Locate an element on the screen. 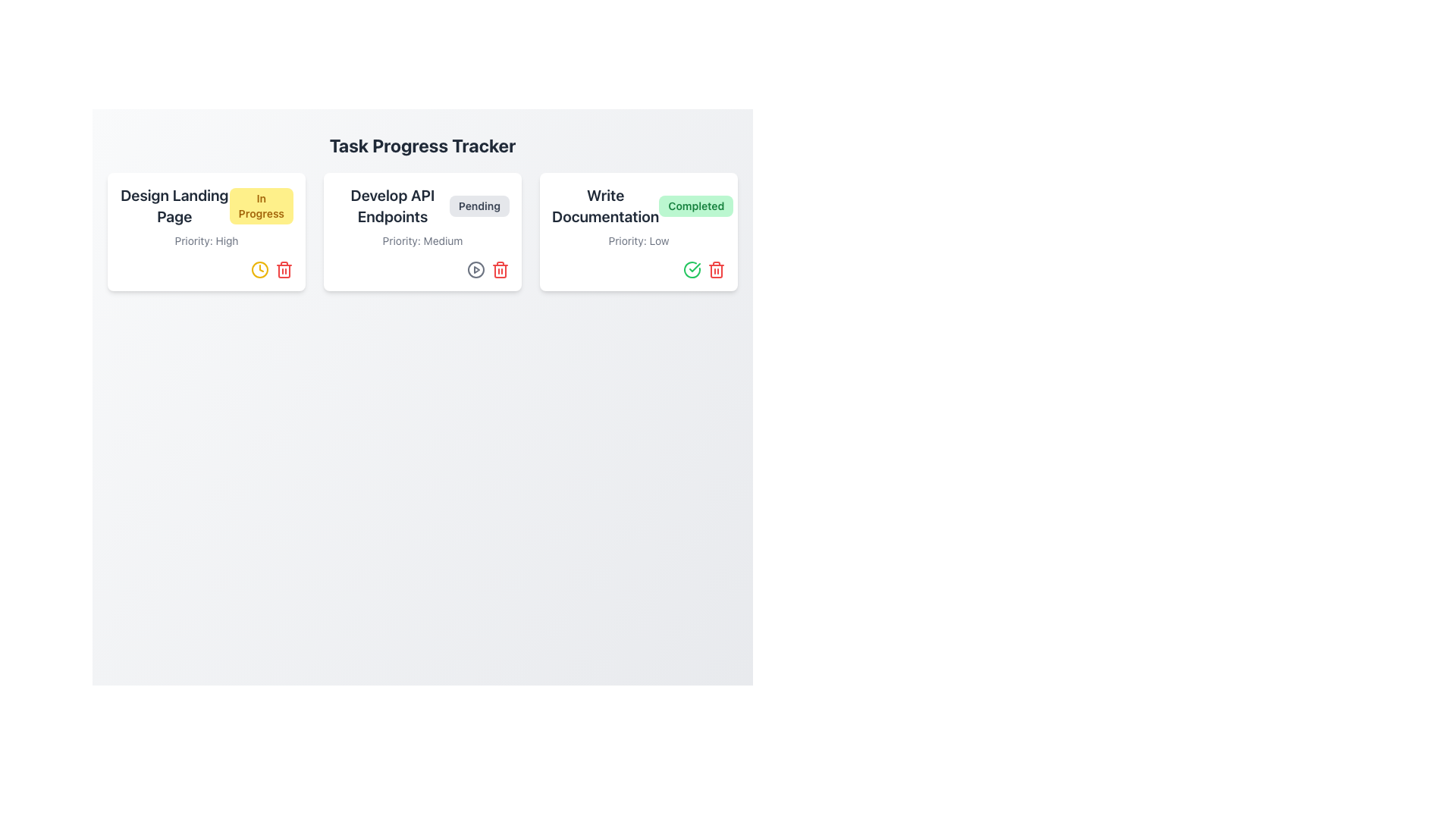 Image resolution: width=1456 pixels, height=819 pixels. task name from the Label with status indicator displaying 'Write Documentation' in the third card under the 'Task Progress Tracker' is located at coordinates (639, 206).